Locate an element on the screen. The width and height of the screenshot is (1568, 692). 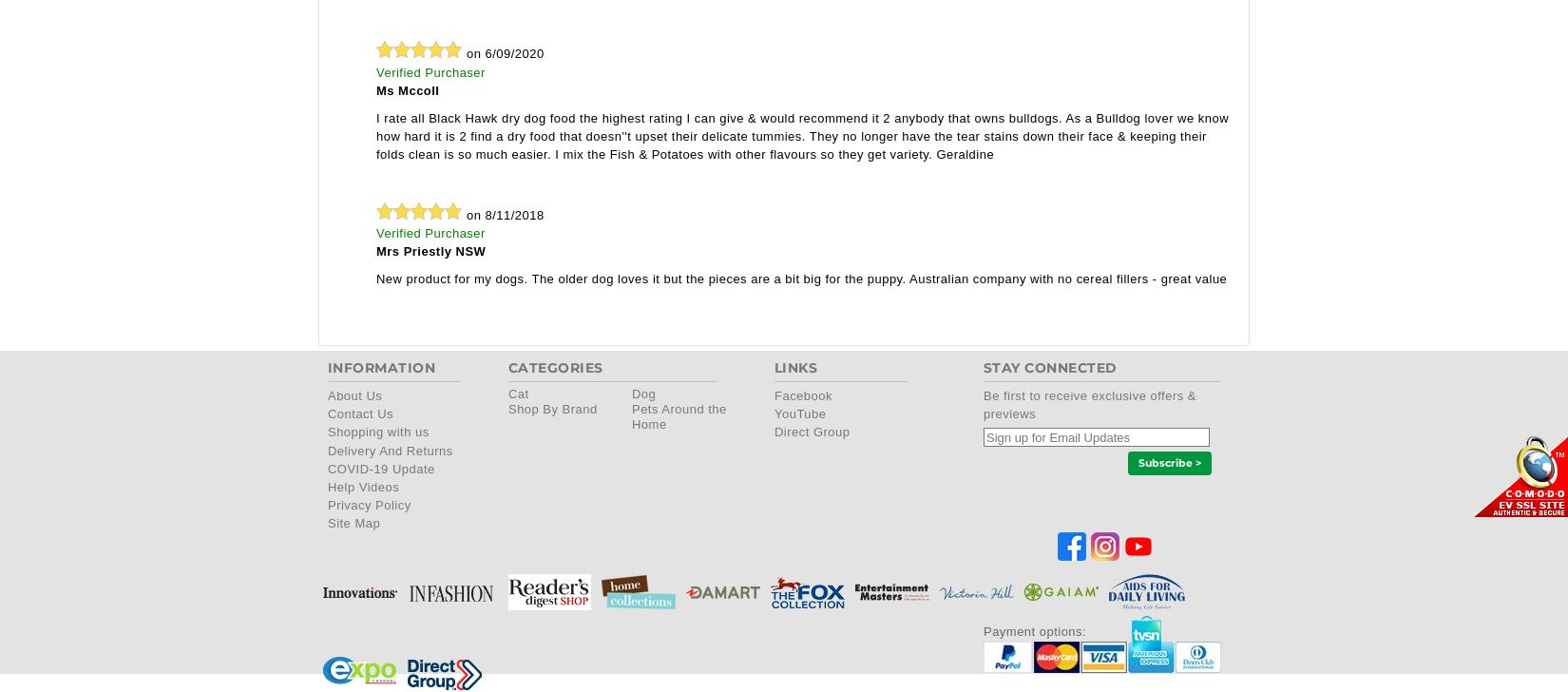
'Direct Group' is located at coordinates (773, 432).